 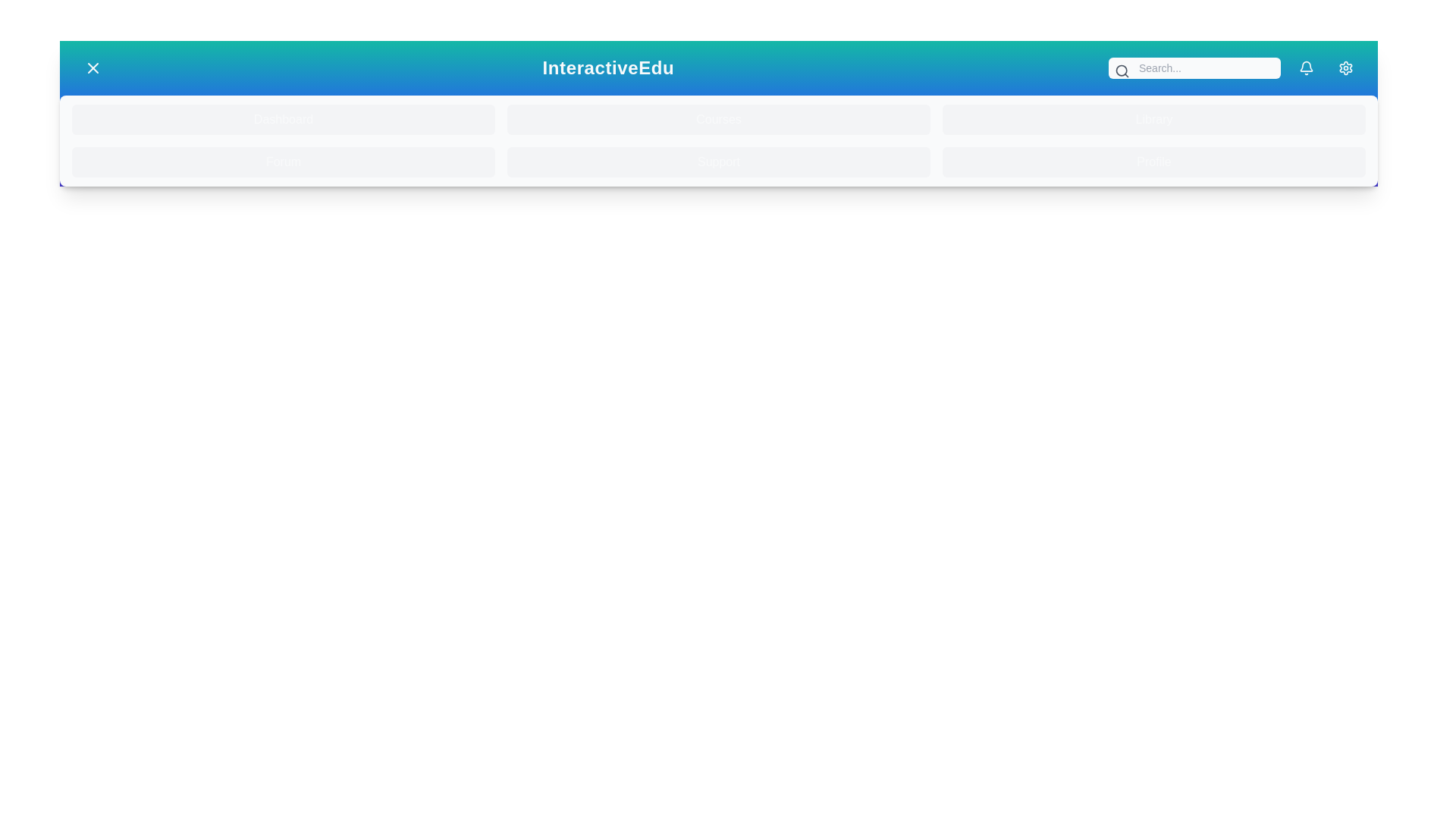 What do you see at coordinates (93, 67) in the screenshot?
I see `the button on the left to toggle the menu` at bounding box center [93, 67].